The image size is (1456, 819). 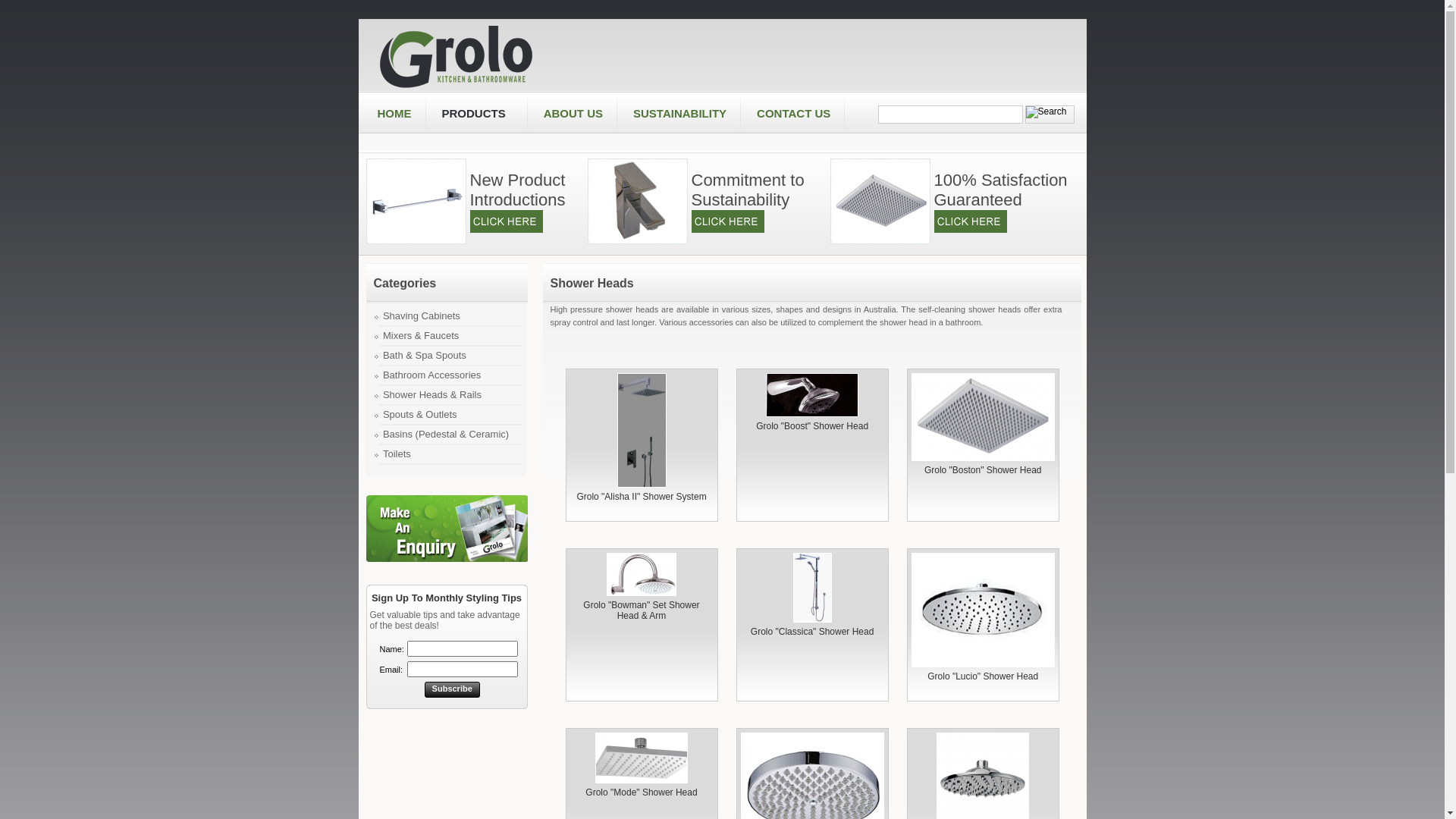 I want to click on 'Grolo "Boost" Shower Head', so click(x=811, y=426).